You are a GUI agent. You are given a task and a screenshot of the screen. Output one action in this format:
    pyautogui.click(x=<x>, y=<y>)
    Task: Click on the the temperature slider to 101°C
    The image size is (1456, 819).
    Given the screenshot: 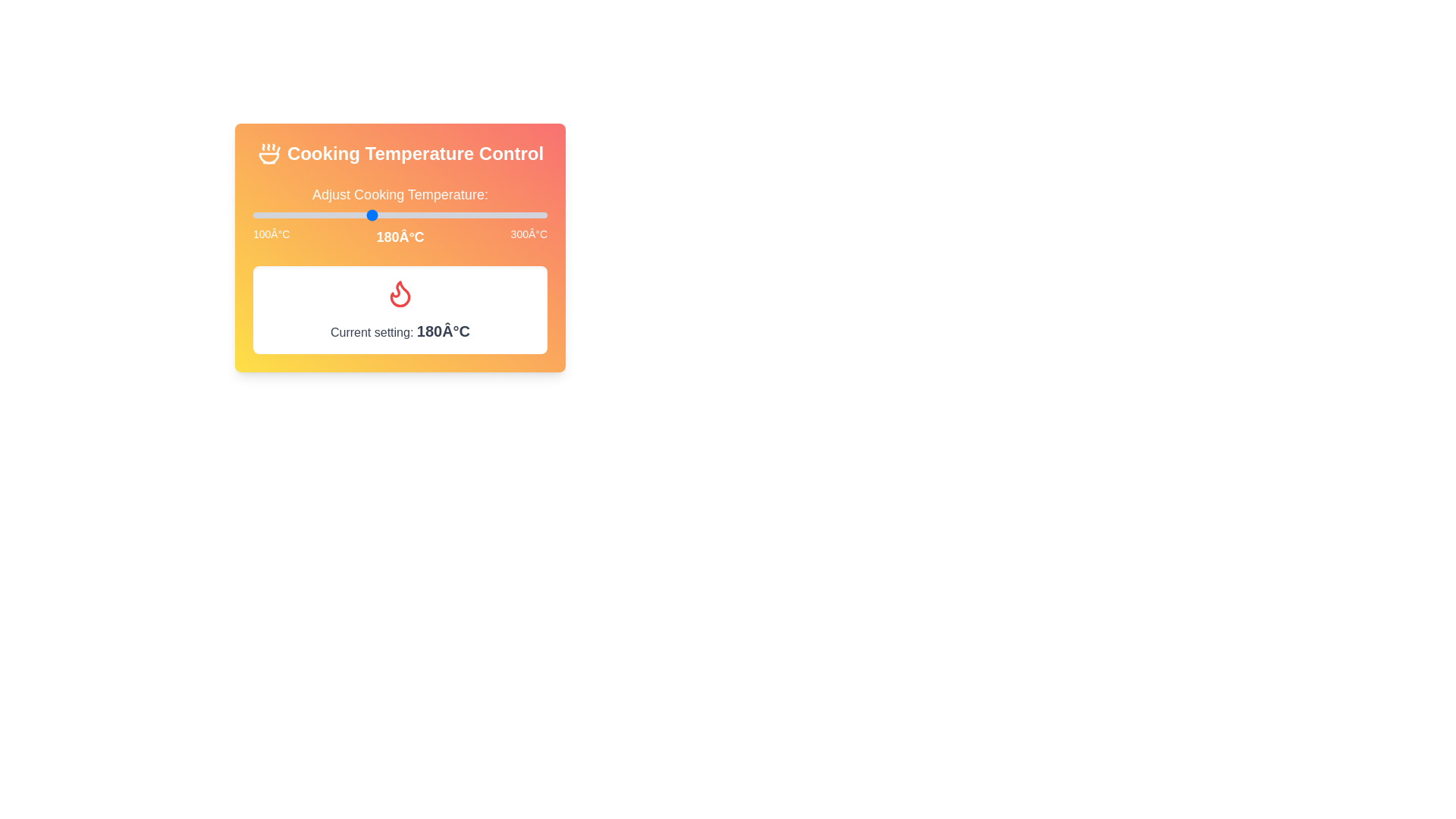 What is the action you would take?
    pyautogui.click(x=255, y=215)
    